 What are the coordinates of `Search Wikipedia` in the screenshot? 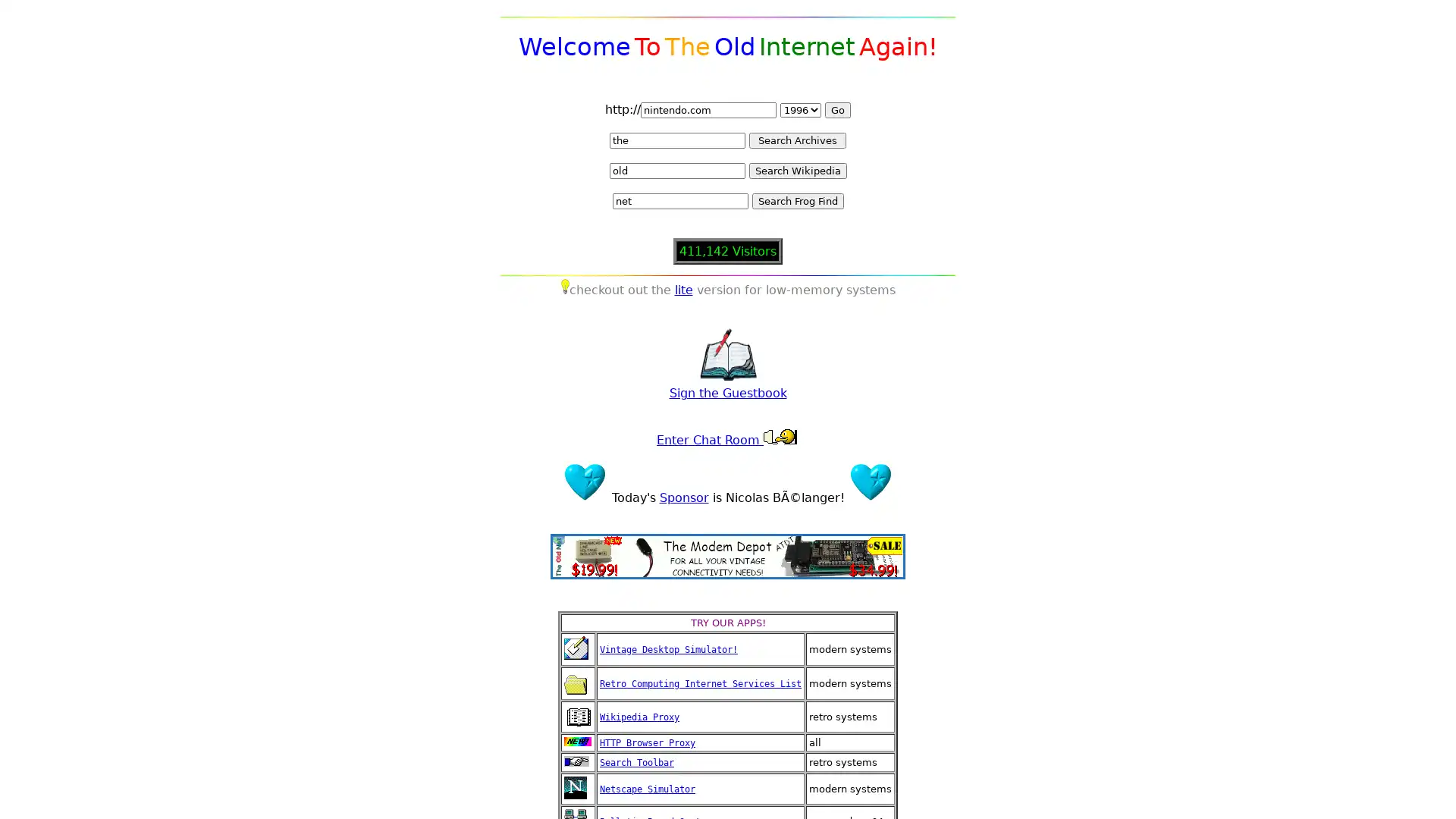 It's located at (796, 171).